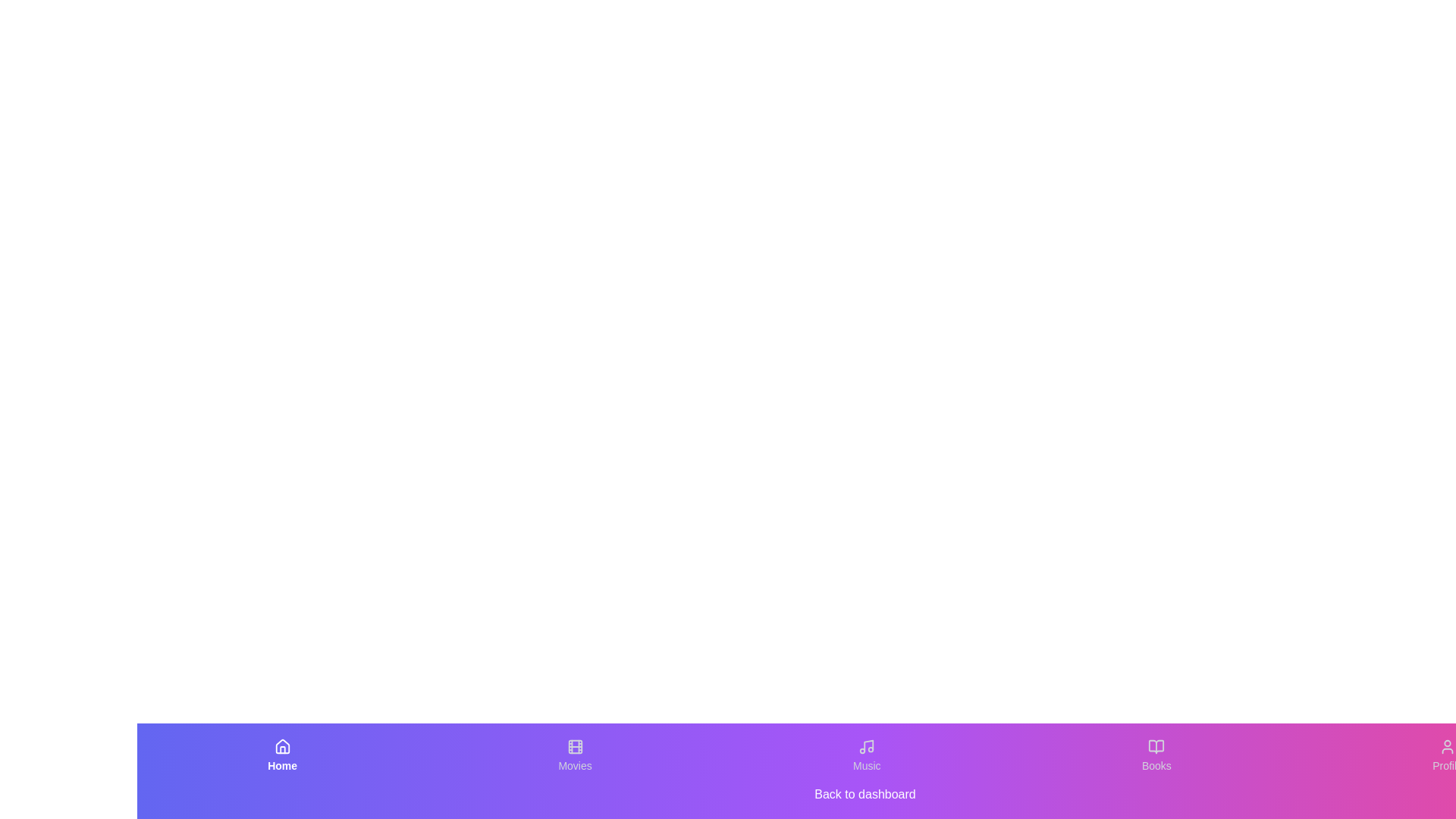 This screenshot has height=819, width=1456. Describe the element at coordinates (1447, 755) in the screenshot. I see `the Profile tab from the navigation bar` at that location.